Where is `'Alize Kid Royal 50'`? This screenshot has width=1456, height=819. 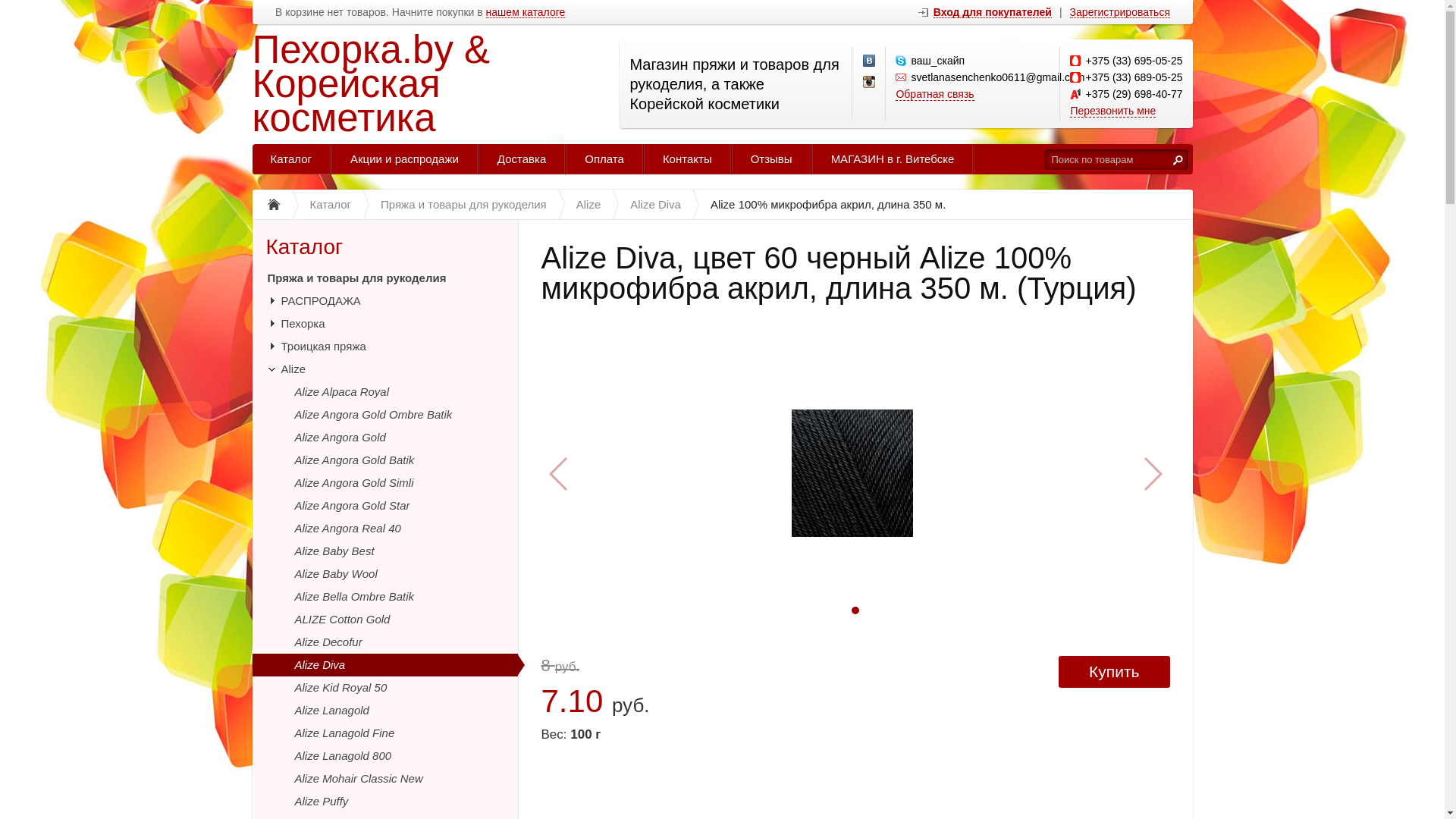
'Alize Kid Royal 50' is located at coordinates (384, 687).